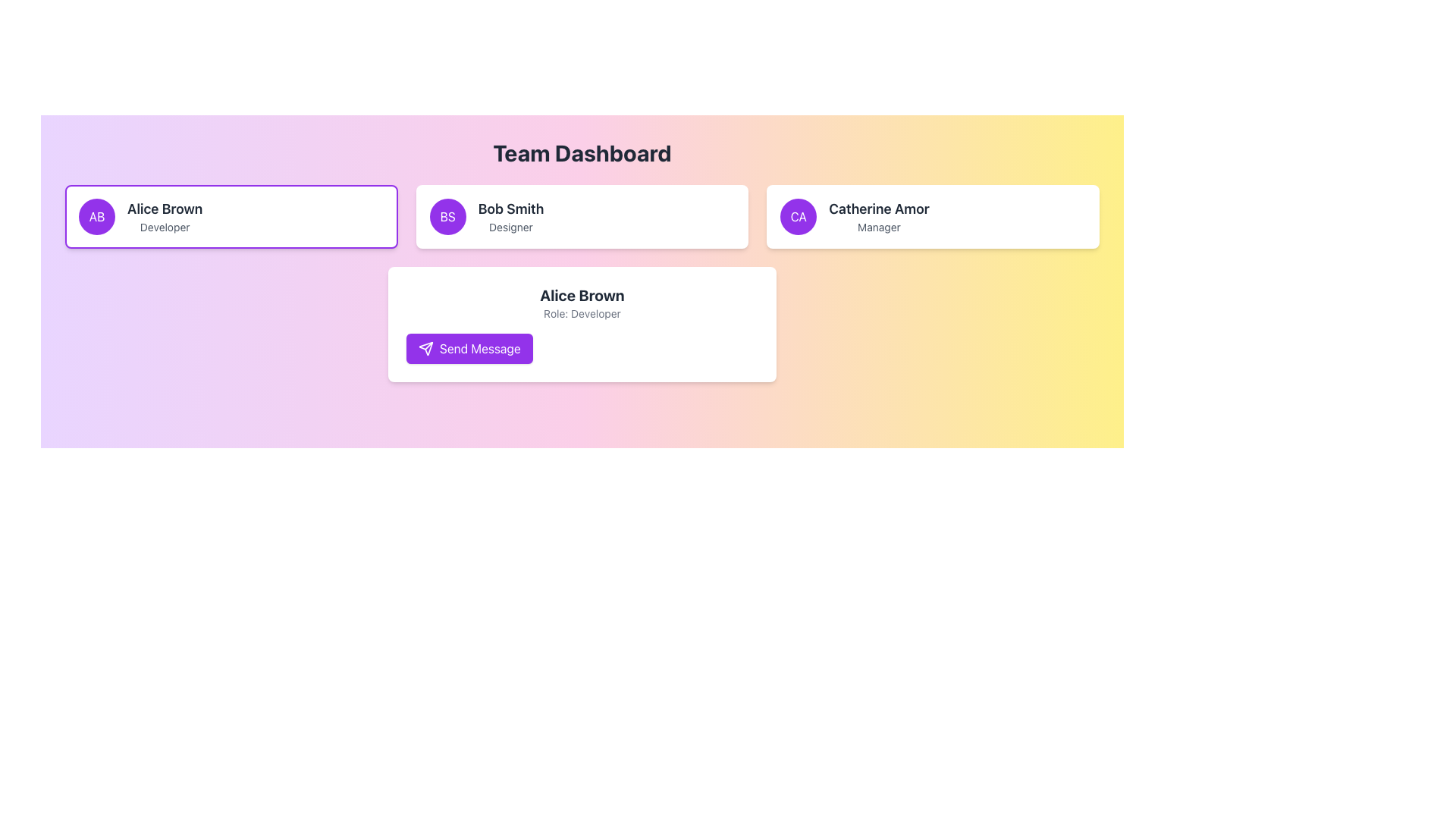 This screenshot has height=819, width=1456. I want to click on text information inside the user profile card for Alice Brown, which includes her name and role, located in the third card of the second row under 'Team Dashboard', so click(582, 324).